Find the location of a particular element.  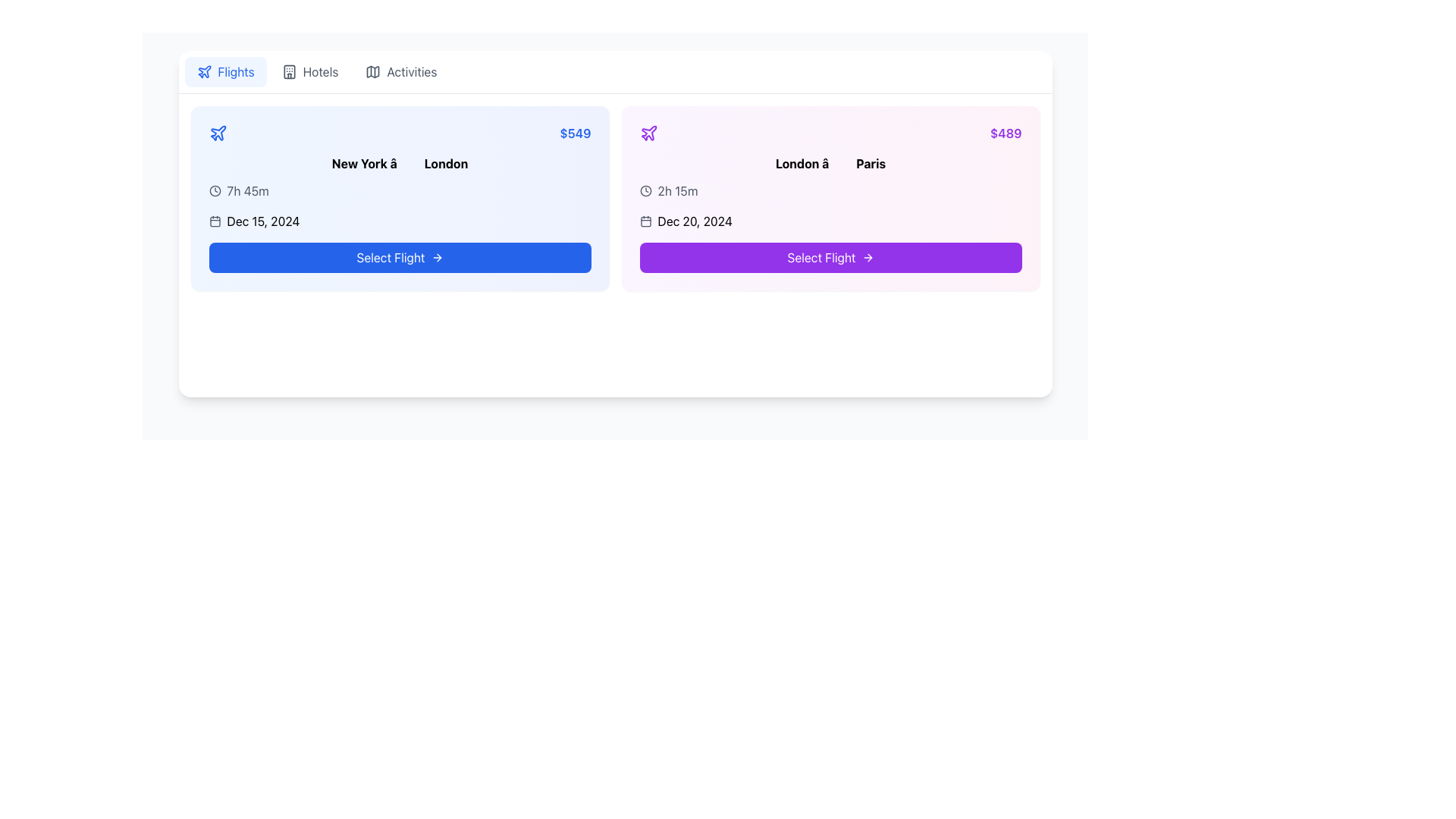

the Navigation bar with tabs is located at coordinates (615, 72).